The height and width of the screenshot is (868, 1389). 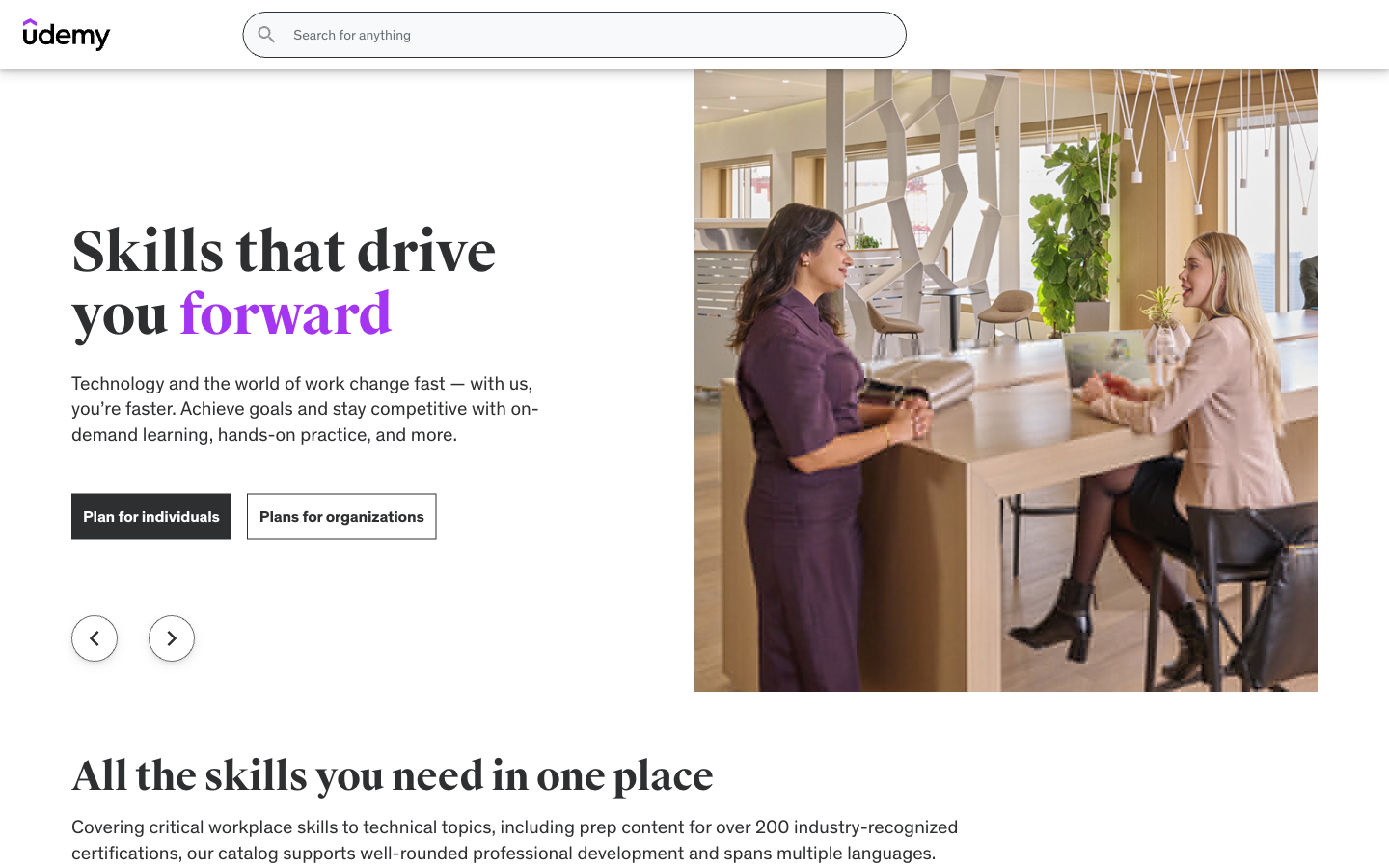 What do you see at coordinates (234, 304) in the screenshot?
I see `Filter the models by size of the shoes` at bounding box center [234, 304].